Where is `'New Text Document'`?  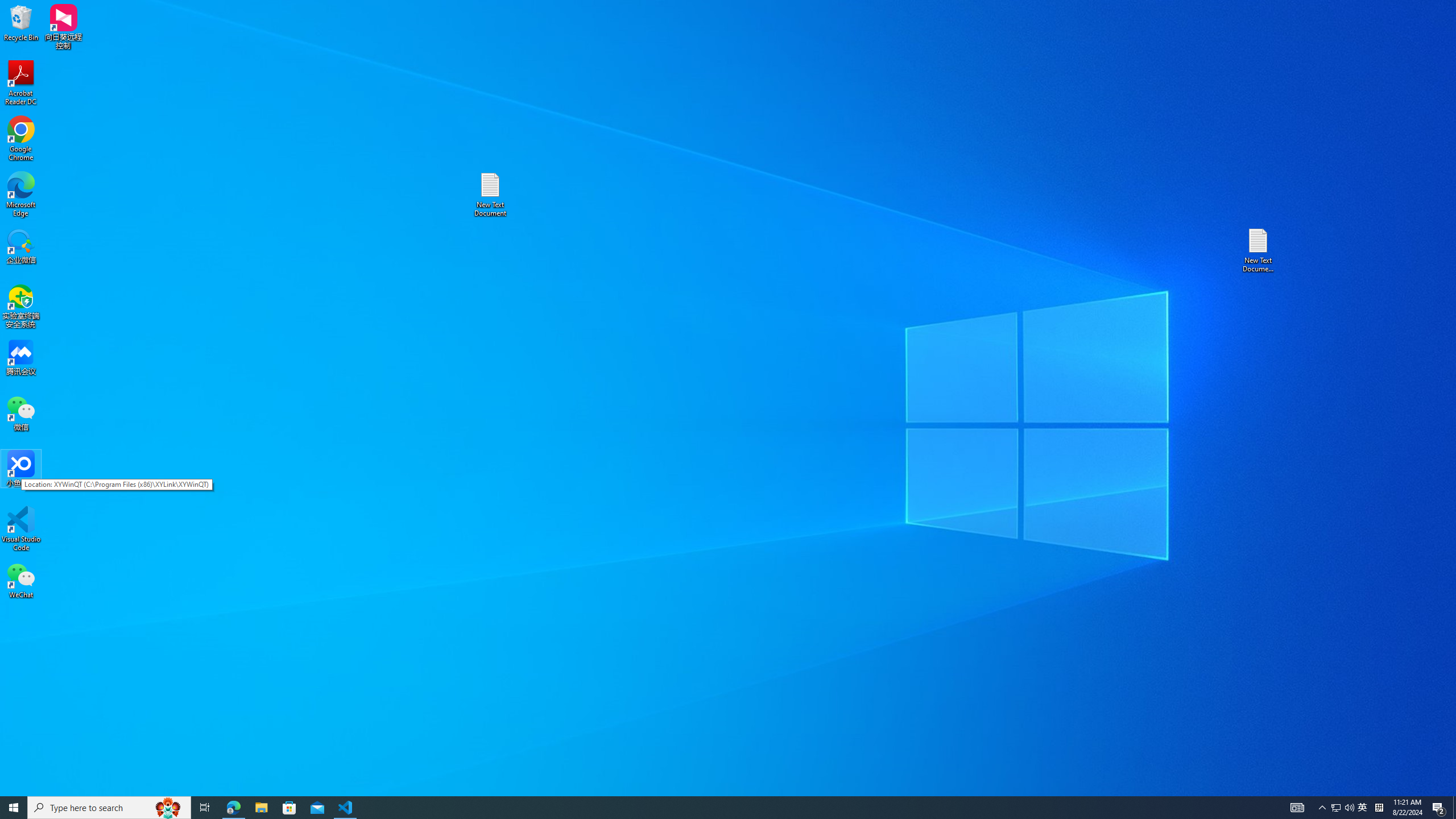 'New Text Document' is located at coordinates (489, 194).